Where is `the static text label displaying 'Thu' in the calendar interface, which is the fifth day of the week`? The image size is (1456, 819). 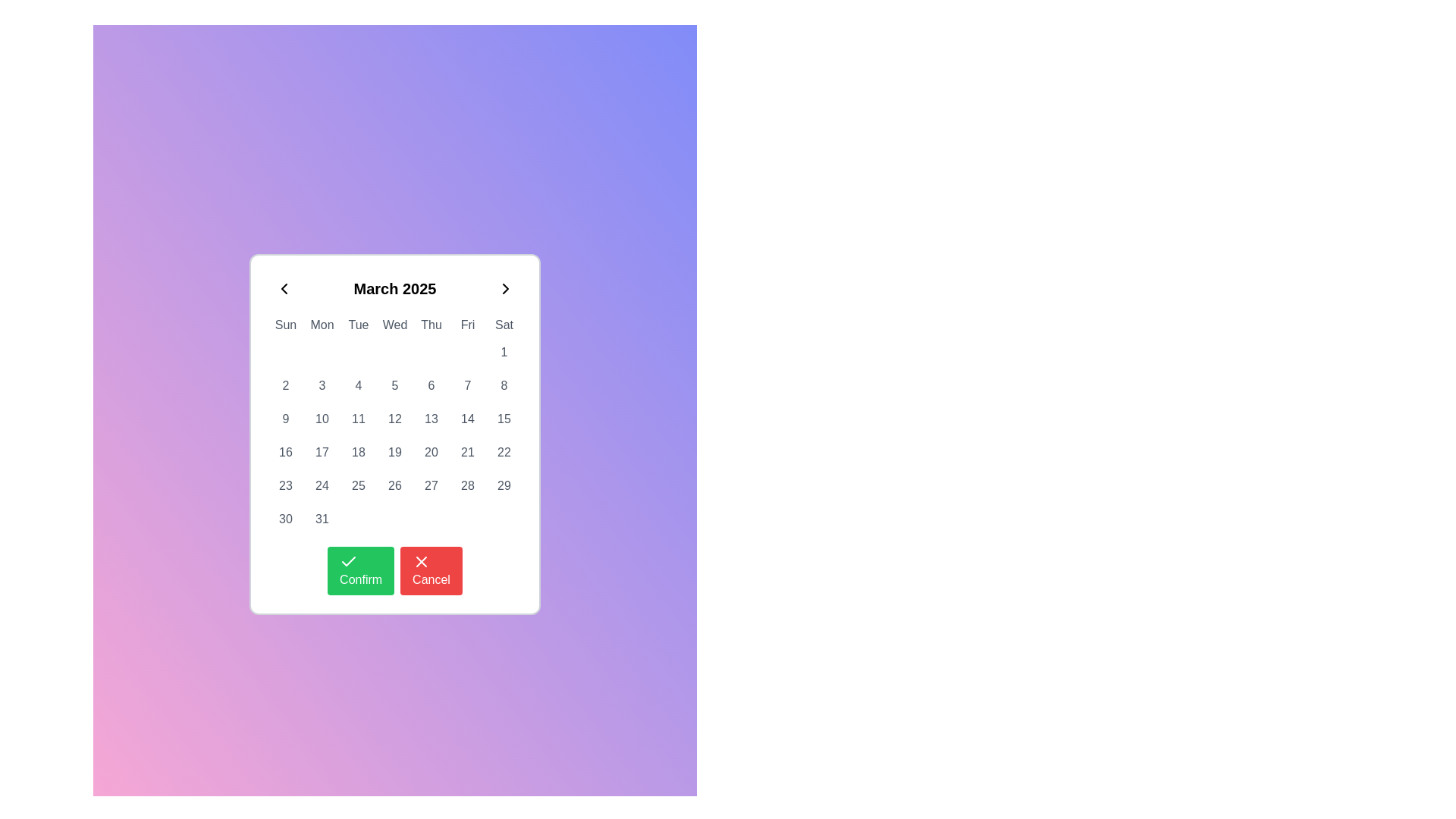
the static text label displaying 'Thu' in the calendar interface, which is the fifth day of the week is located at coordinates (431, 324).